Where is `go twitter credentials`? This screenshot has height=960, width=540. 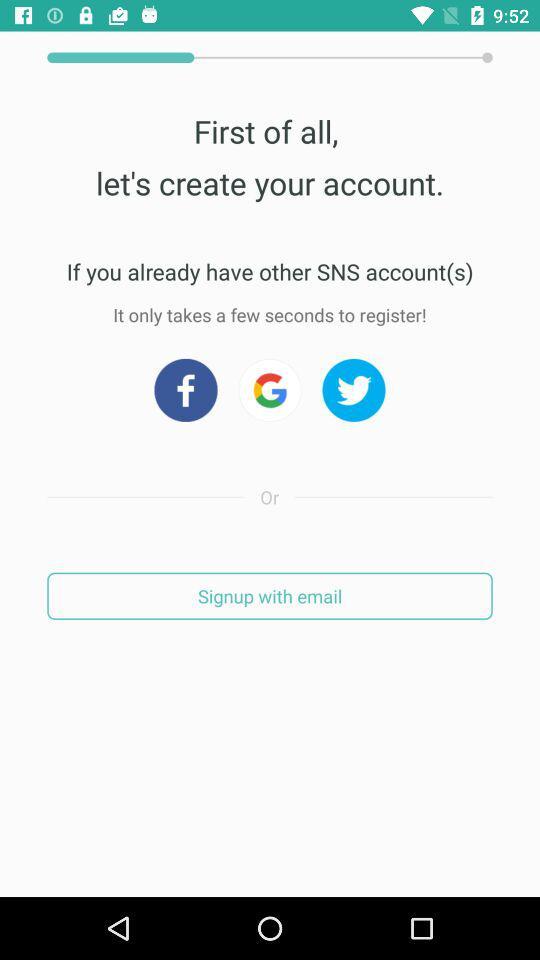
go twitter credentials is located at coordinates (353, 389).